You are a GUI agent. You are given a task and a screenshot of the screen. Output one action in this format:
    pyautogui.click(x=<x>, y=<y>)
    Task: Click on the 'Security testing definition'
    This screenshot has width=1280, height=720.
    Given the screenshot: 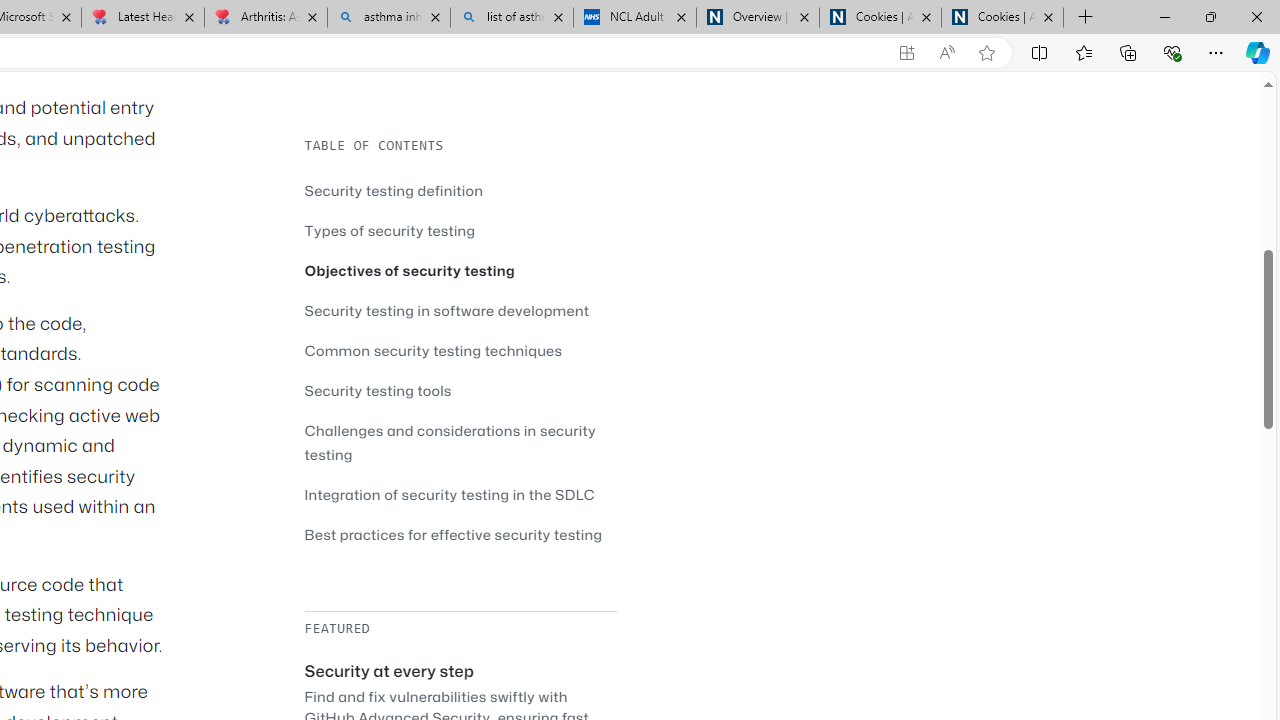 What is the action you would take?
    pyautogui.click(x=394, y=190)
    